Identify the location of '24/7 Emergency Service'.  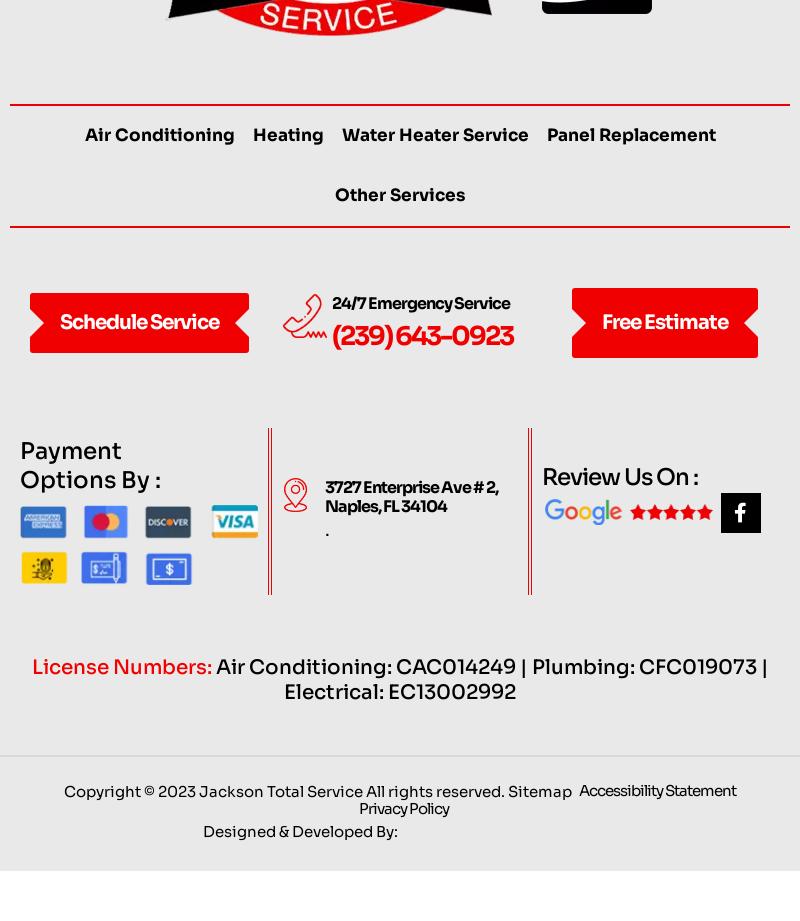
(420, 344).